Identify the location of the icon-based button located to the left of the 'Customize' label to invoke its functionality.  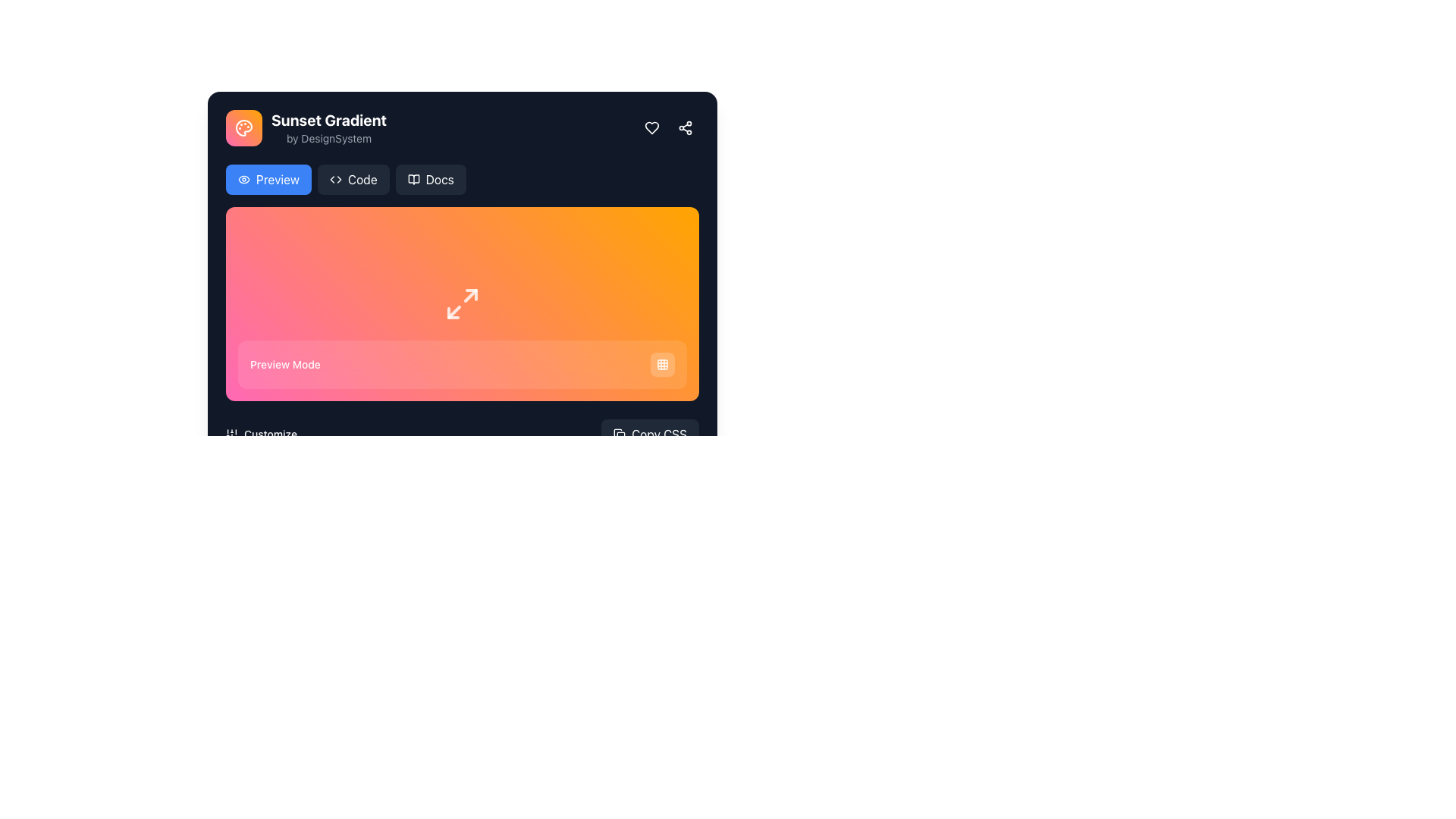
(231, 435).